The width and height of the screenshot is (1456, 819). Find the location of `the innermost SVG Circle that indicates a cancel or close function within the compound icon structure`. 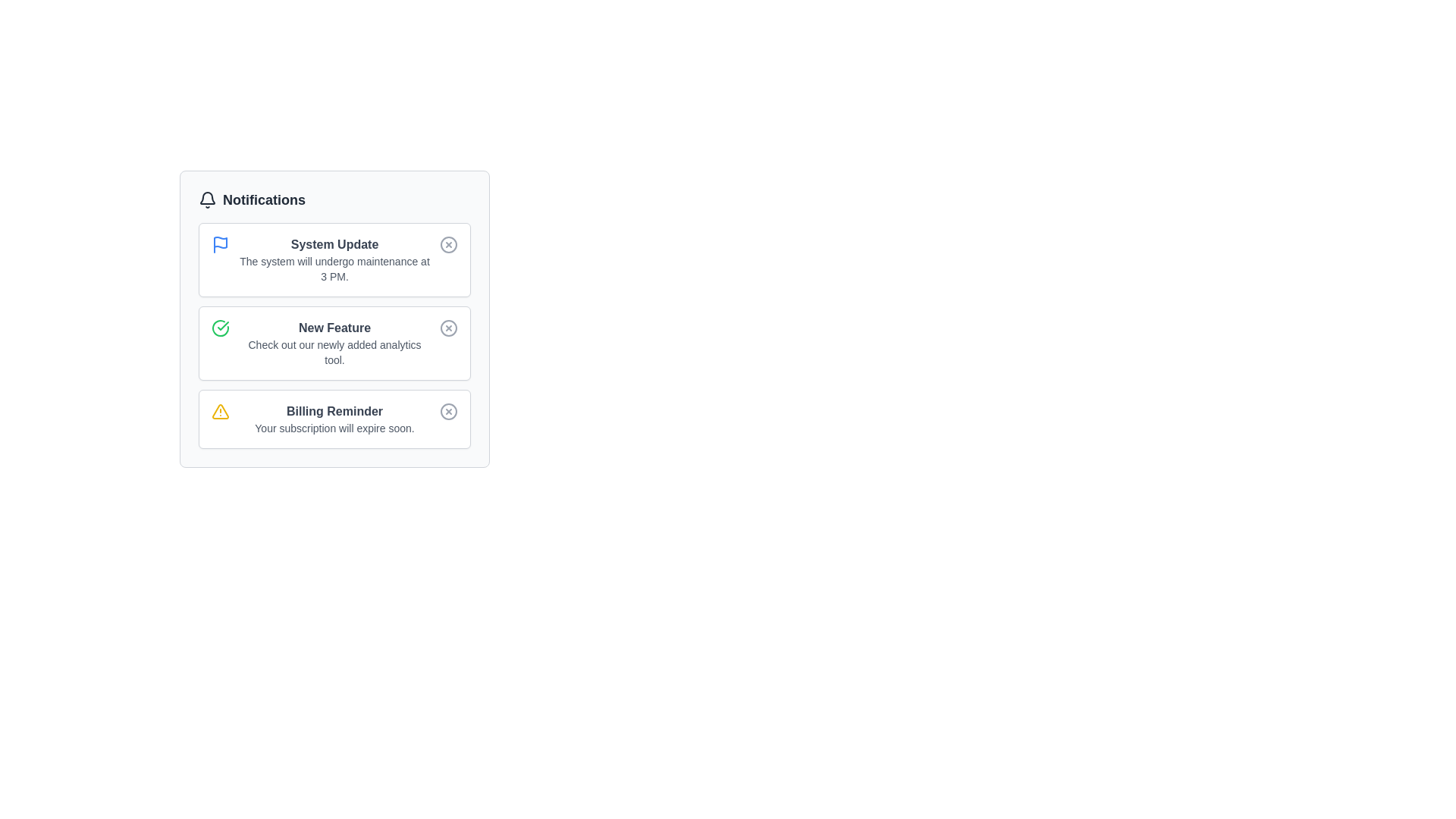

the innermost SVG Circle that indicates a cancel or close function within the compound icon structure is located at coordinates (447, 244).